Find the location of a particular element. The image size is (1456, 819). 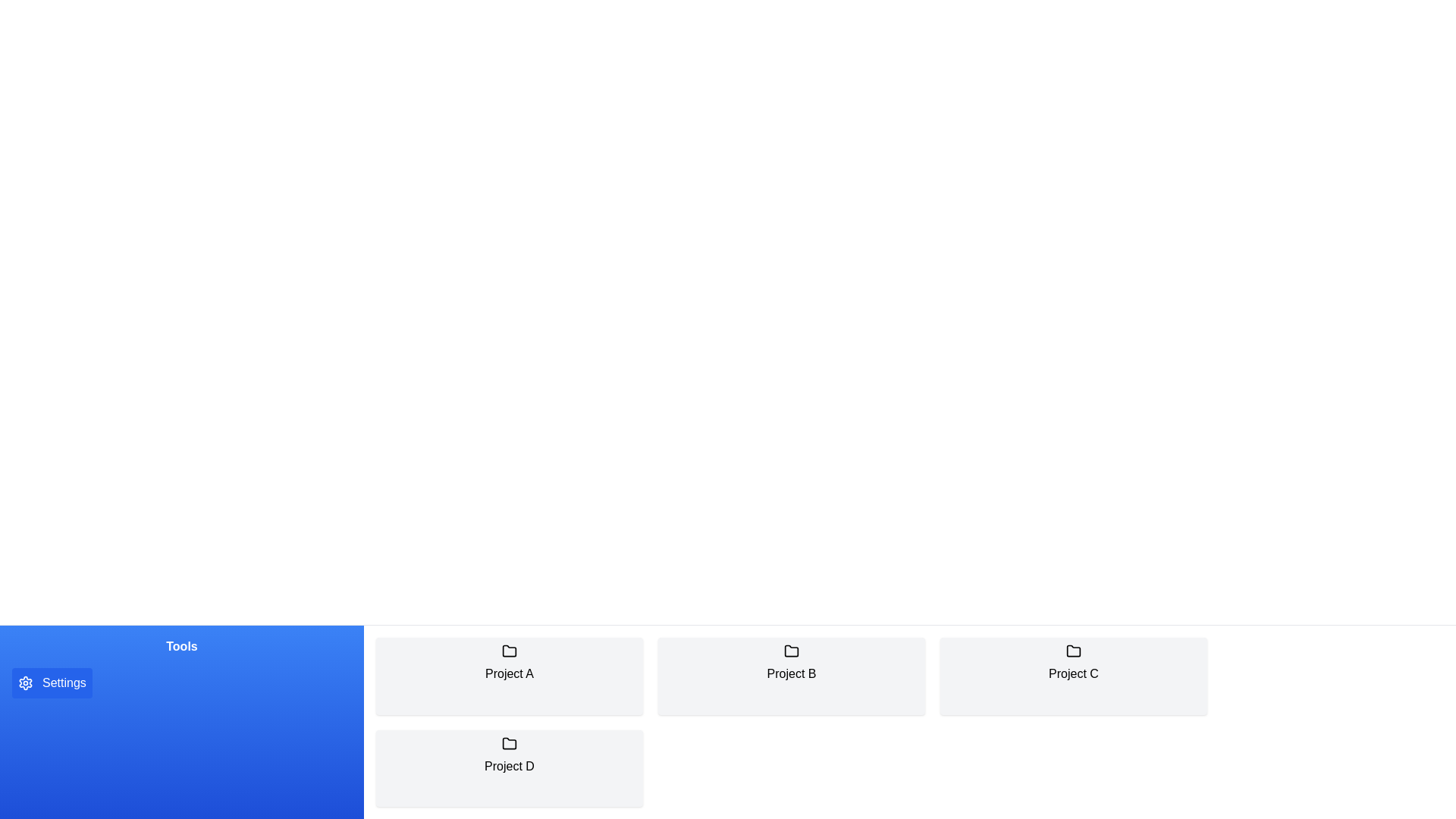

the section header text label indicating the purpose of the section below, which is located within 'Tools Settings' and above the 'Settings' button is located at coordinates (182, 646).